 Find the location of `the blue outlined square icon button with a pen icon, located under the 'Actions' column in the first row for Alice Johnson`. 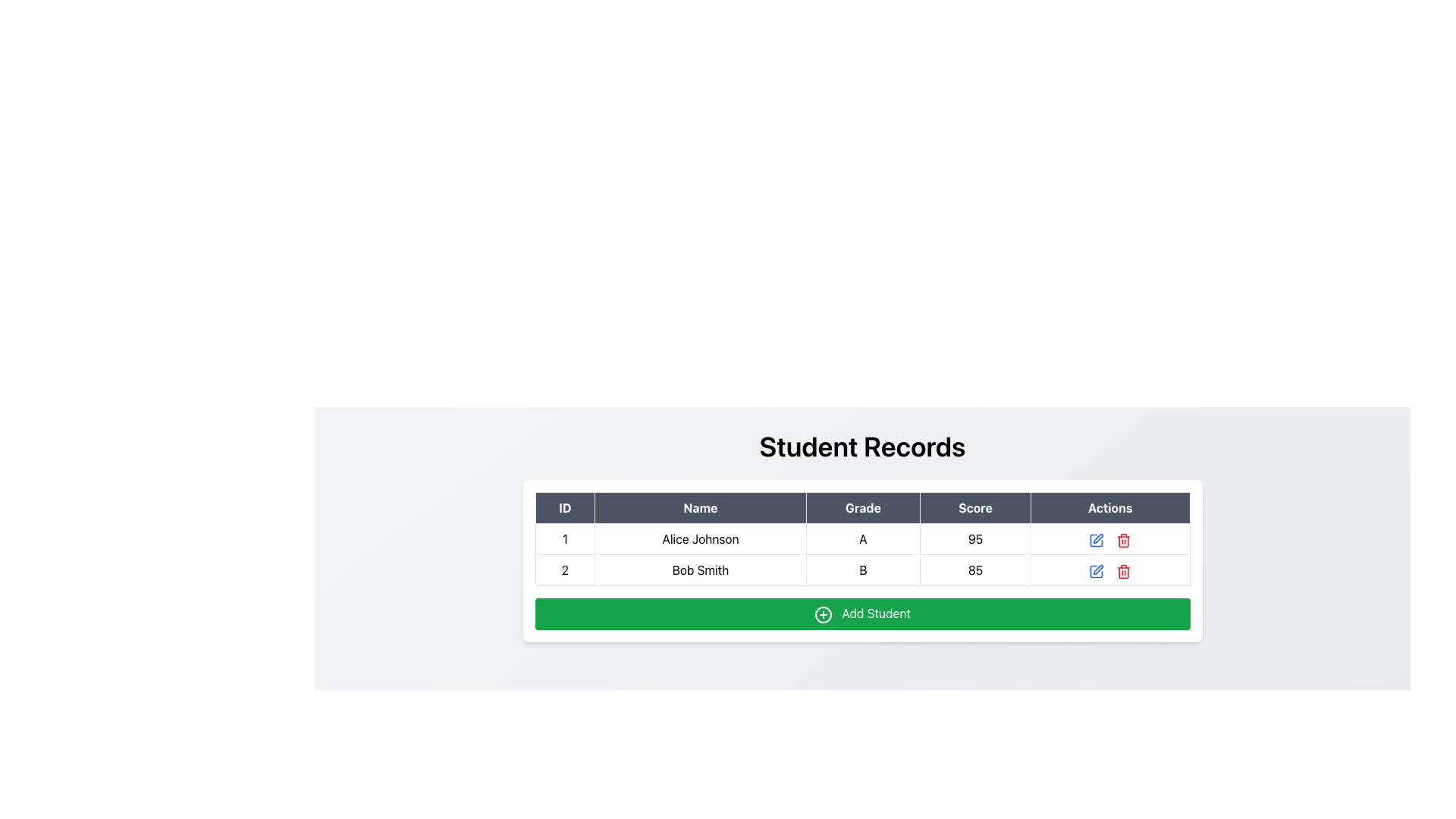

the blue outlined square icon button with a pen icon, located under the 'Actions' column in the first row for Alice Johnson is located at coordinates (1097, 539).